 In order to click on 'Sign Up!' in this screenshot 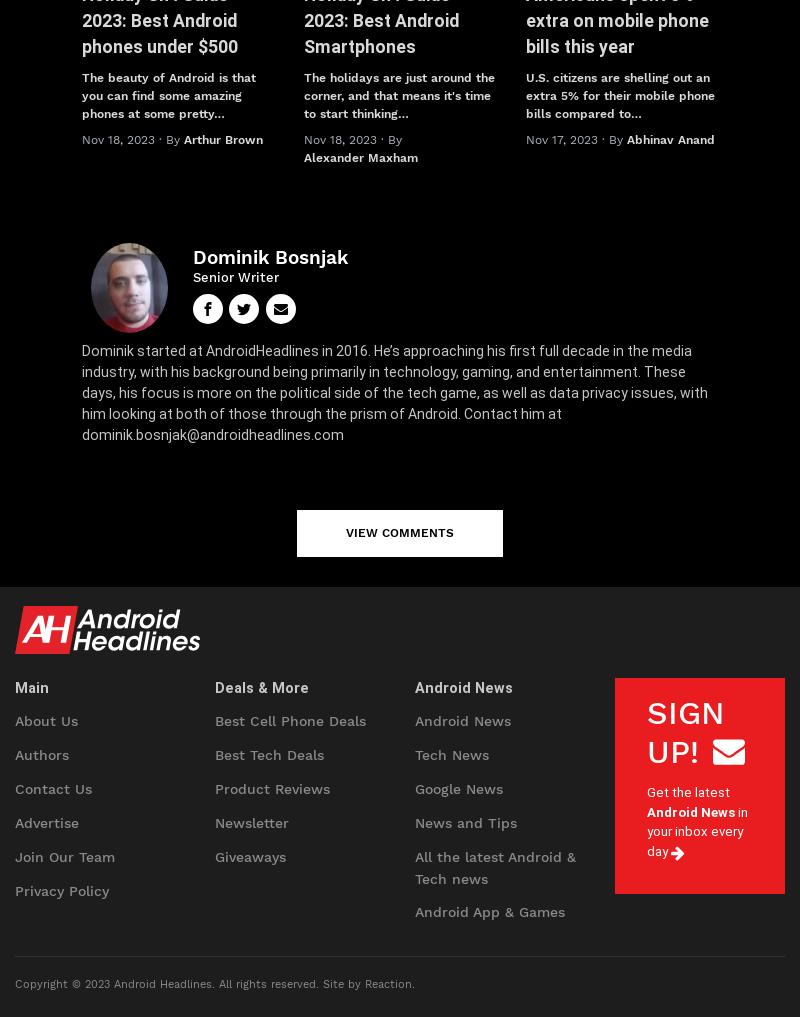, I will do `click(686, 731)`.